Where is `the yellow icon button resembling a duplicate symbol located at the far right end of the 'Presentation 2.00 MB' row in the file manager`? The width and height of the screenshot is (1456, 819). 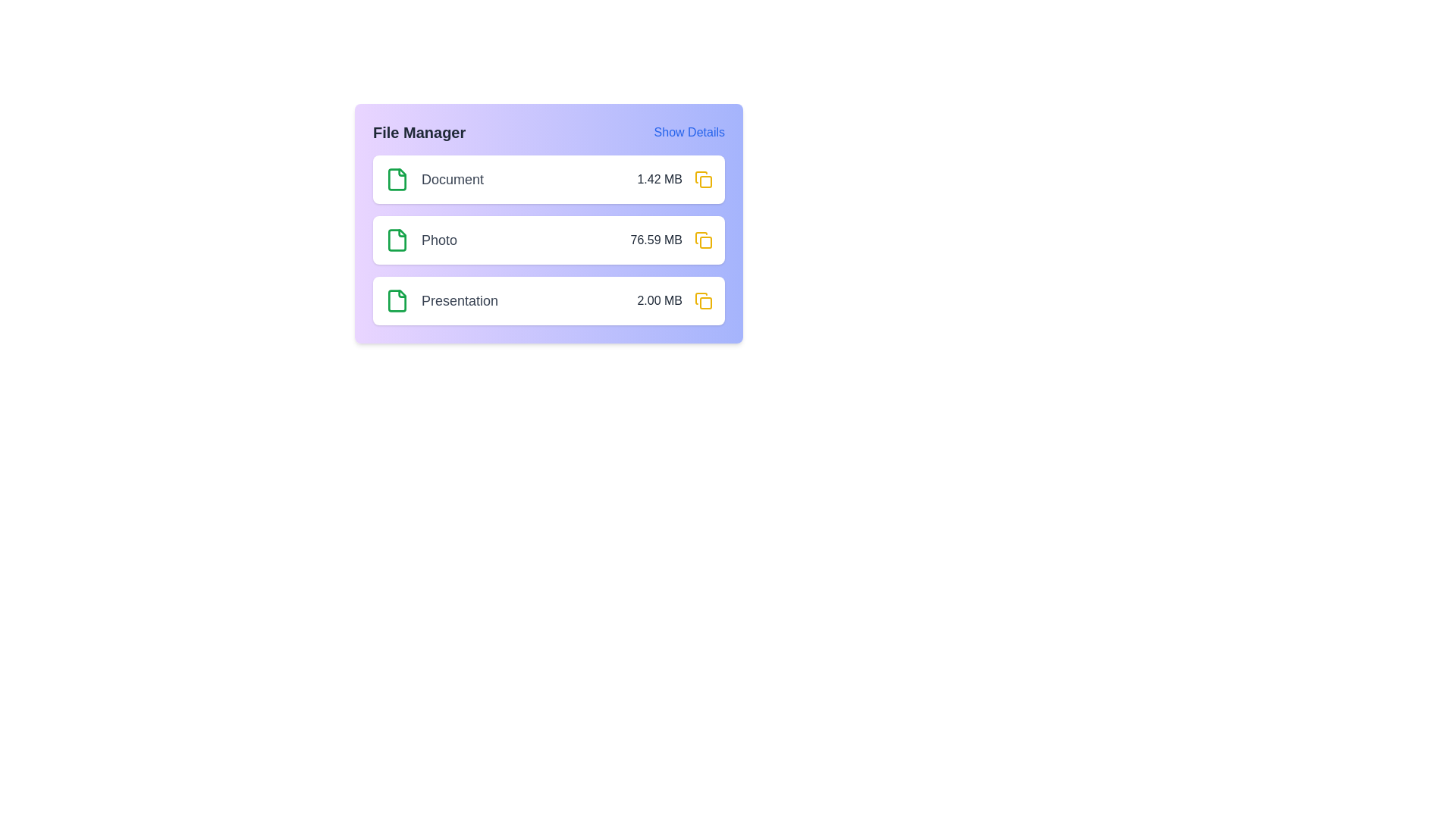
the yellow icon button resembling a duplicate symbol located at the far right end of the 'Presentation 2.00 MB' row in the file manager is located at coordinates (702, 301).